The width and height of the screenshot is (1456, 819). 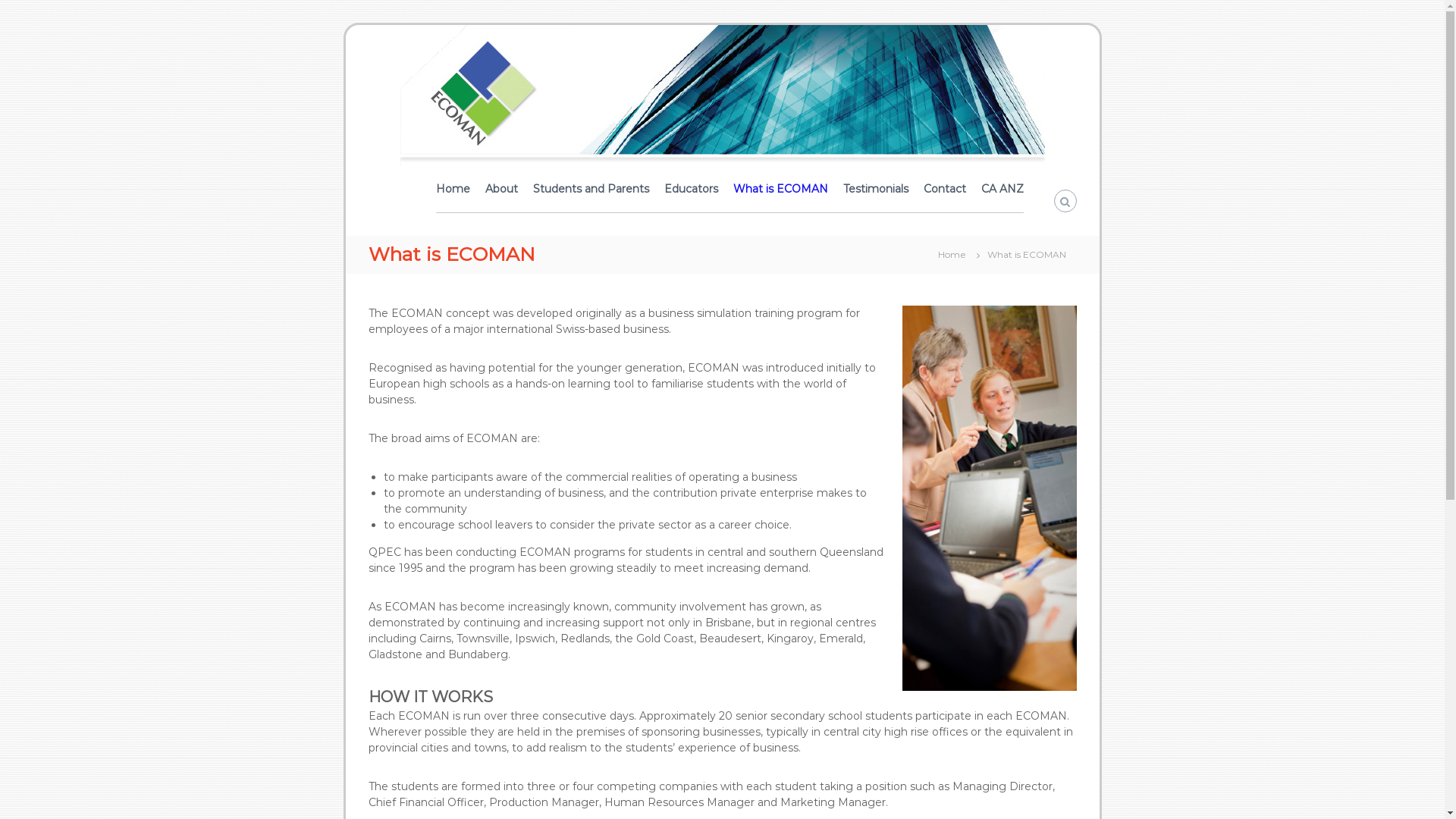 I want to click on 'Educators', so click(x=690, y=188).